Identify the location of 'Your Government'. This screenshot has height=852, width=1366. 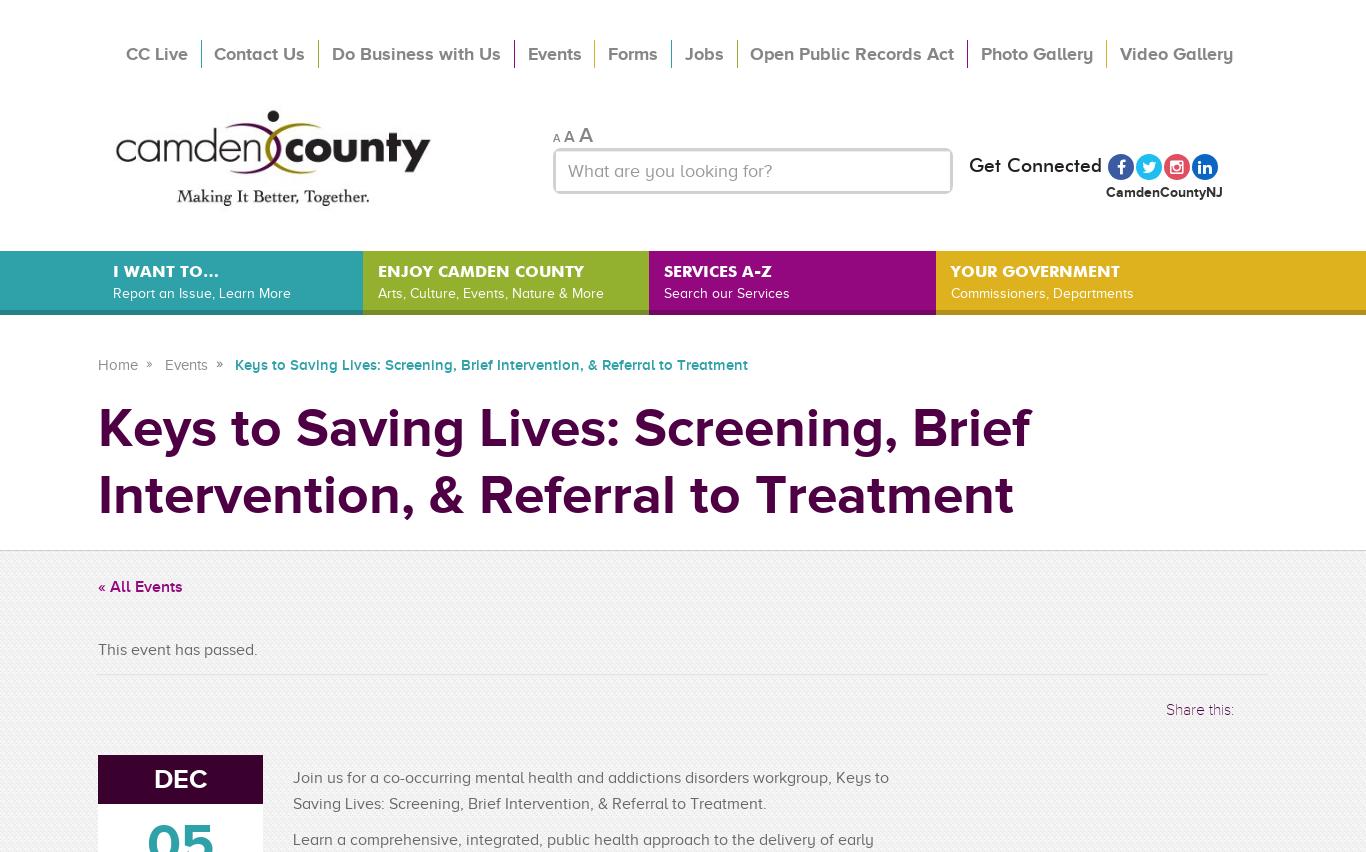
(1034, 270).